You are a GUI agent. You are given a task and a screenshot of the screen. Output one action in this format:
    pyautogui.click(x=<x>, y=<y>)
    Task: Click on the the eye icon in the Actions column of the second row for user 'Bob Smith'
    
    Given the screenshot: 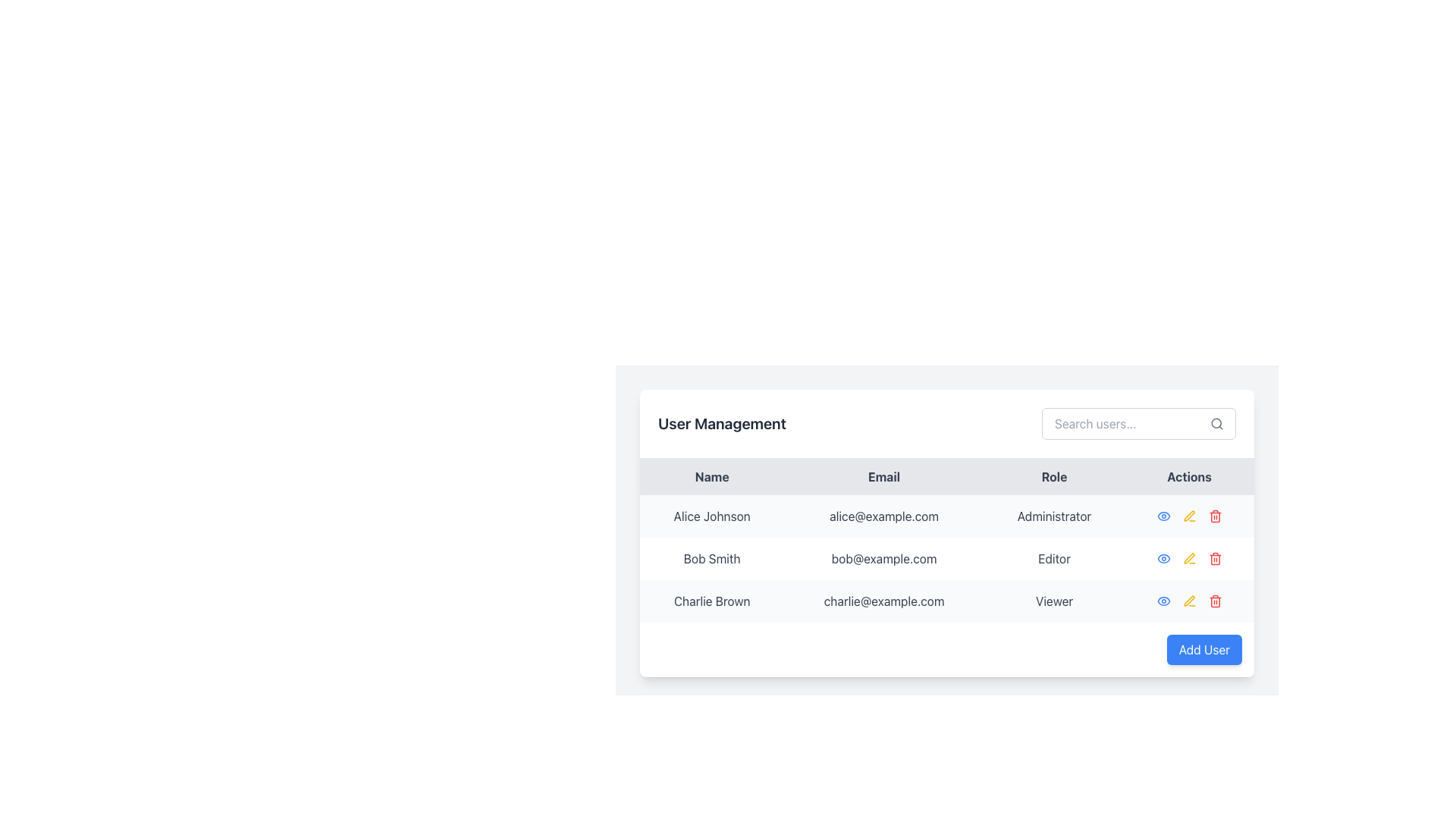 What is the action you would take?
    pyautogui.click(x=1163, y=558)
    